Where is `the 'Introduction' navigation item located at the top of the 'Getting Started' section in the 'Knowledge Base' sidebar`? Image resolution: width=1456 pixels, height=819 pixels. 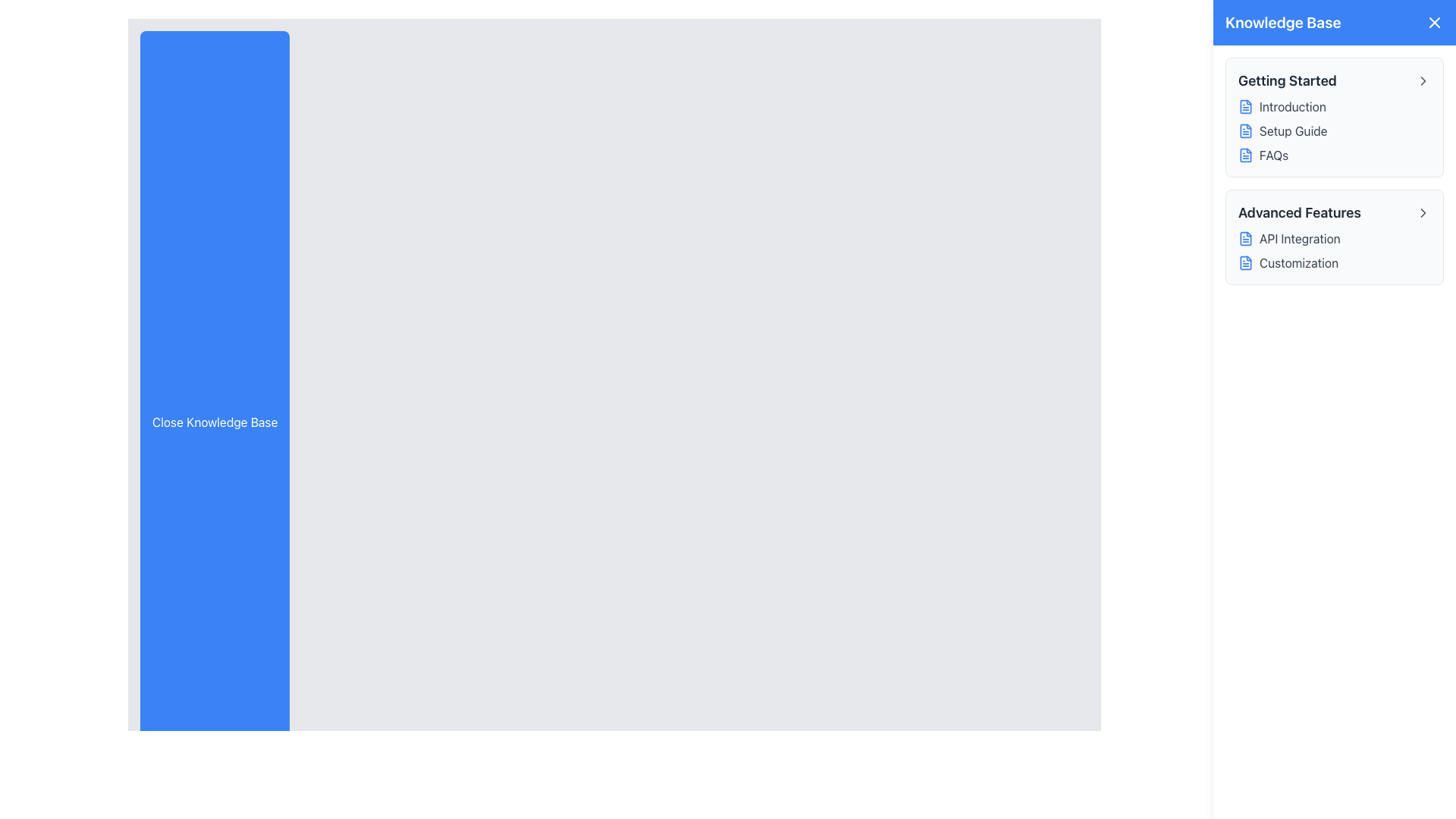 the 'Introduction' navigation item located at the top of the 'Getting Started' section in the 'Knowledge Base' sidebar is located at coordinates (1335, 106).